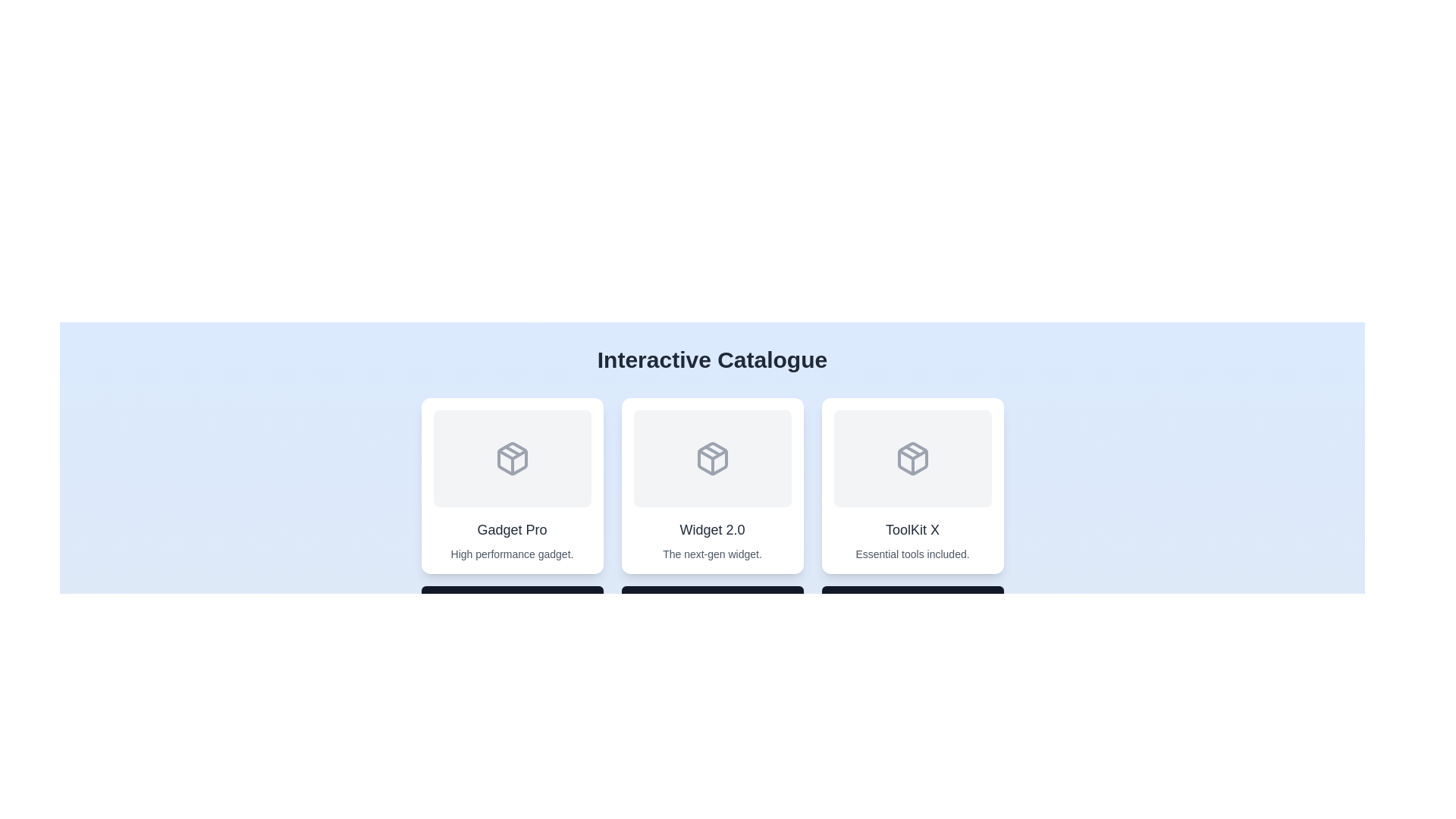 The height and width of the screenshot is (819, 1456). Describe the element at coordinates (711, 458) in the screenshot. I see `the central graphic icon of the 'Widget 2.0' section, which is a gray SVG box icon located between the 'Gadget Pro' and 'ToolKit X' sections` at that location.